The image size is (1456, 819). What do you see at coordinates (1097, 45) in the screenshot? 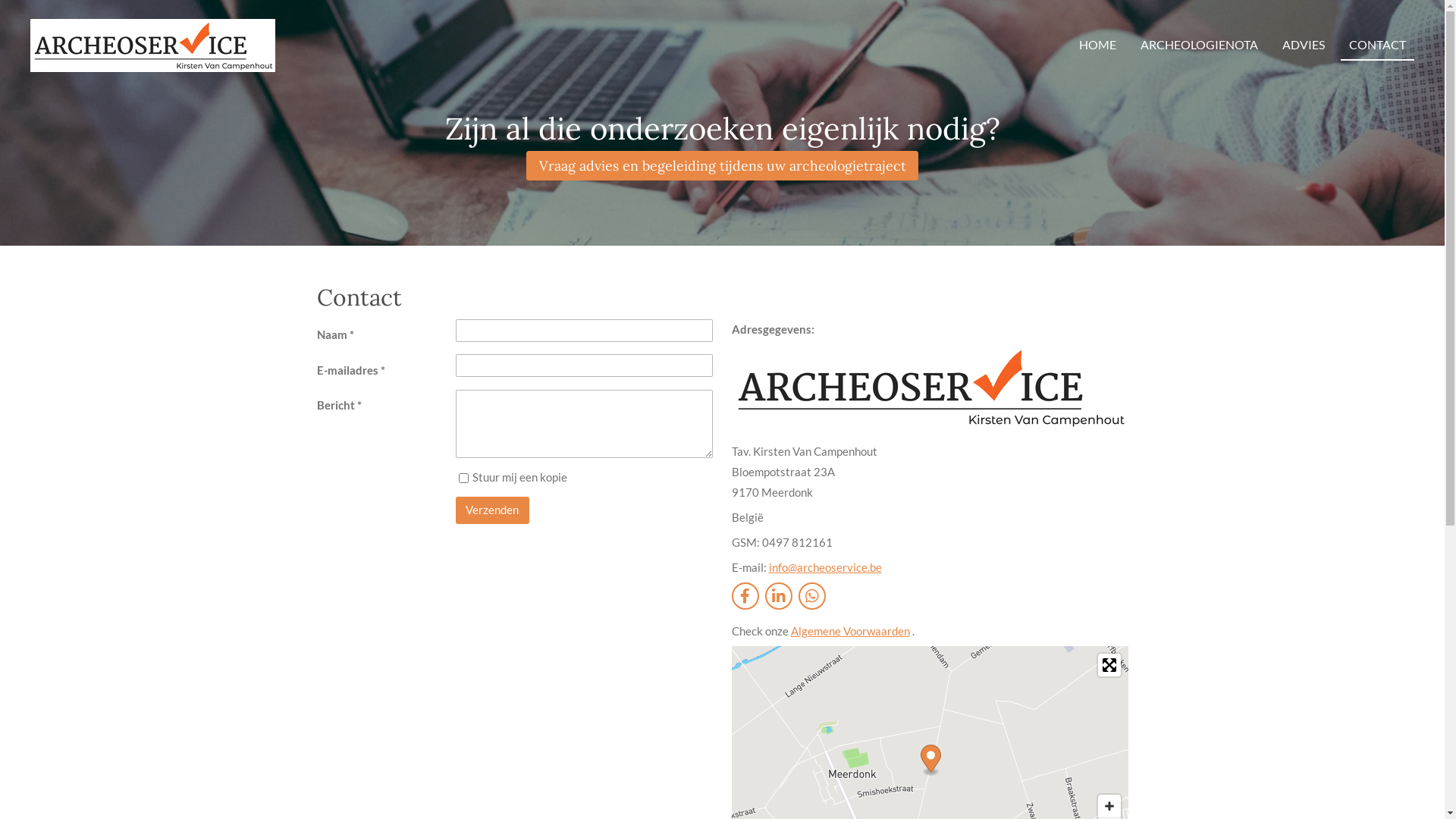
I see `'HOME'` at bounding box center [1097, 45].